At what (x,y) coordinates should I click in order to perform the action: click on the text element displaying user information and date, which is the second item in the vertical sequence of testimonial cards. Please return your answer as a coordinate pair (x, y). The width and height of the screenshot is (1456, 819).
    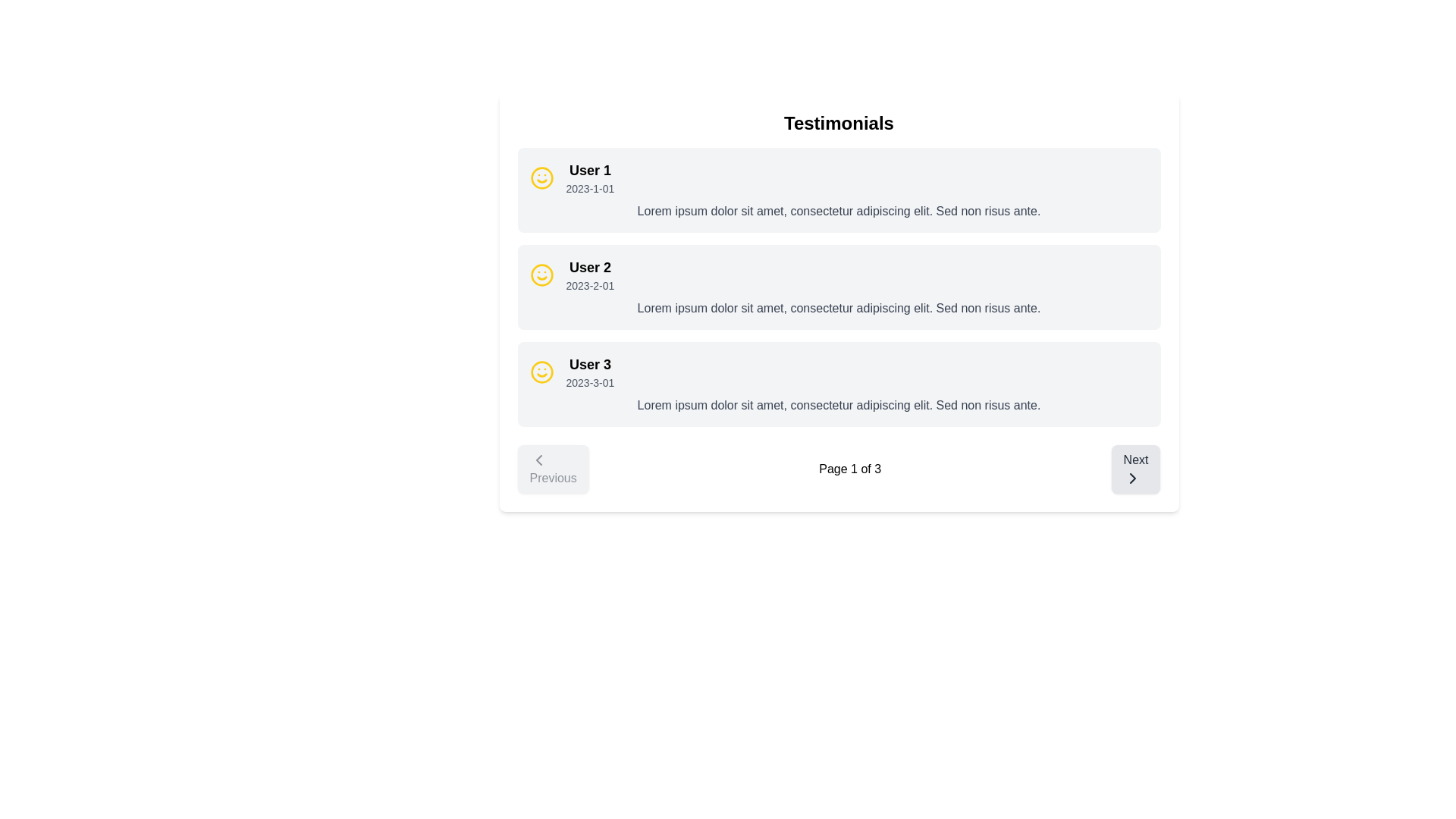
    Looking at the image, I should click on (589, 275).